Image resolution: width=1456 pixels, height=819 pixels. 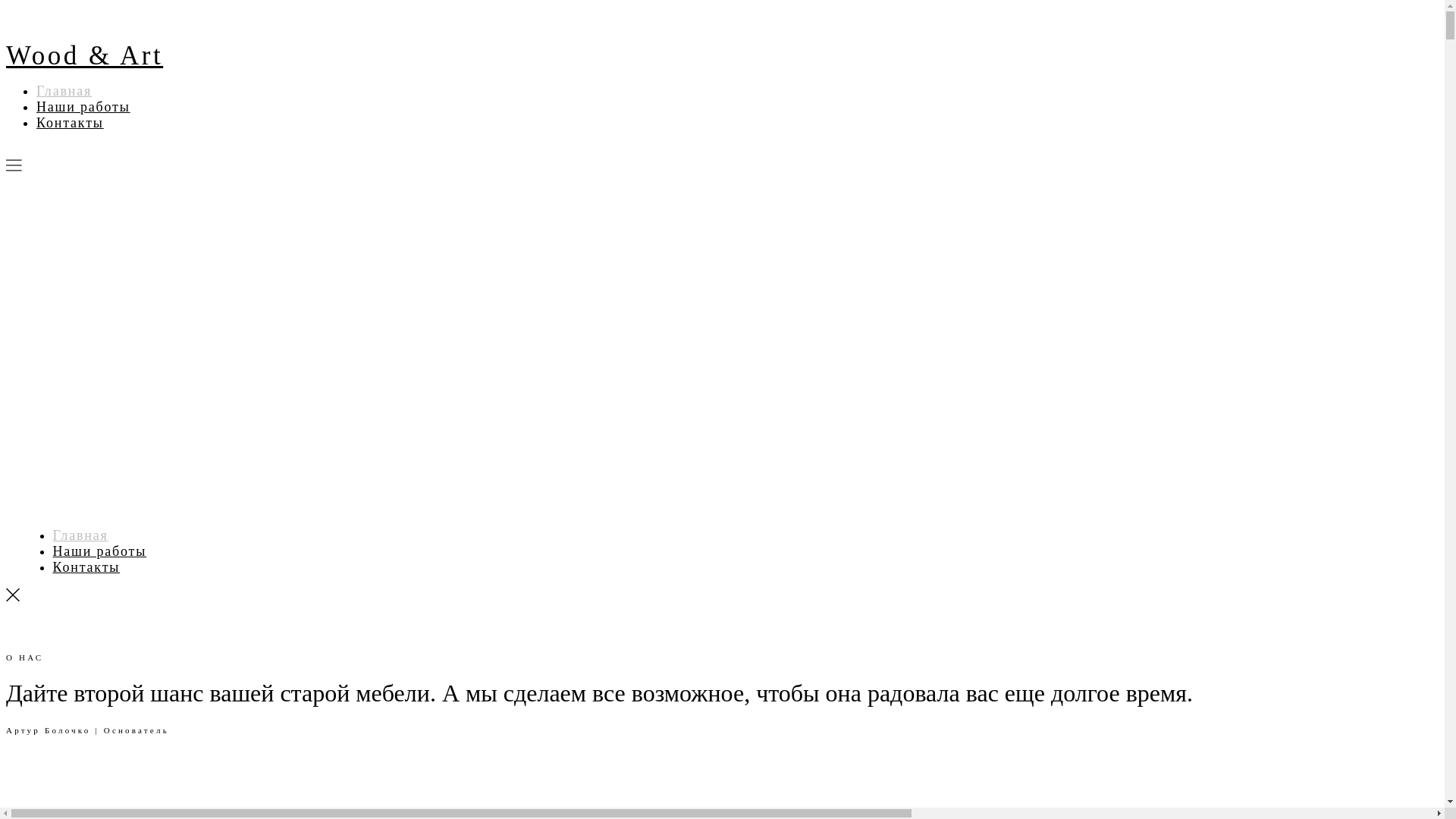 I want to click on 'Wood & Art', so click(x=83, y=55).